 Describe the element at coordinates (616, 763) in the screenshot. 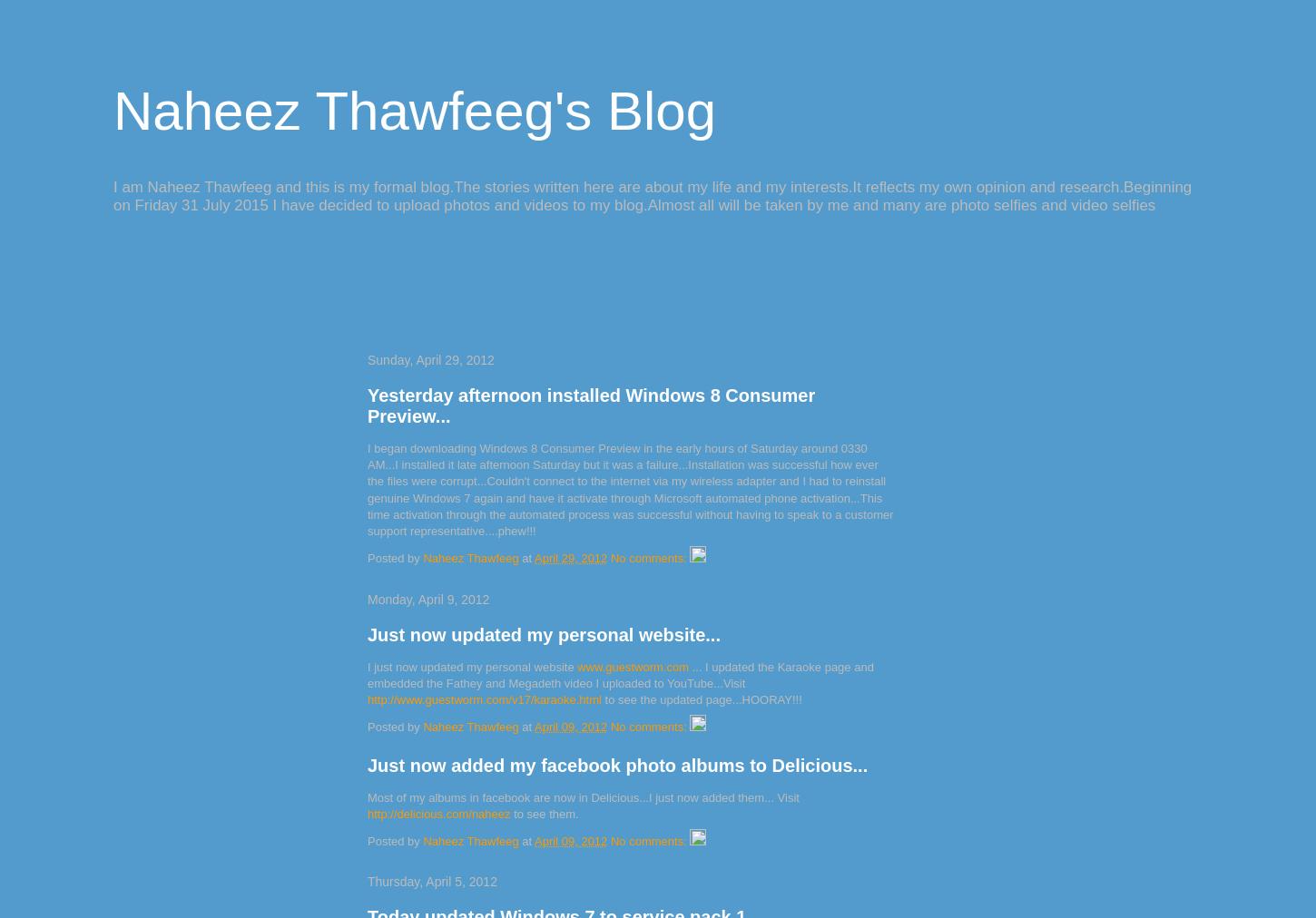

I see `'Just now added my facebook photo albums to Delicious...'` at that location.